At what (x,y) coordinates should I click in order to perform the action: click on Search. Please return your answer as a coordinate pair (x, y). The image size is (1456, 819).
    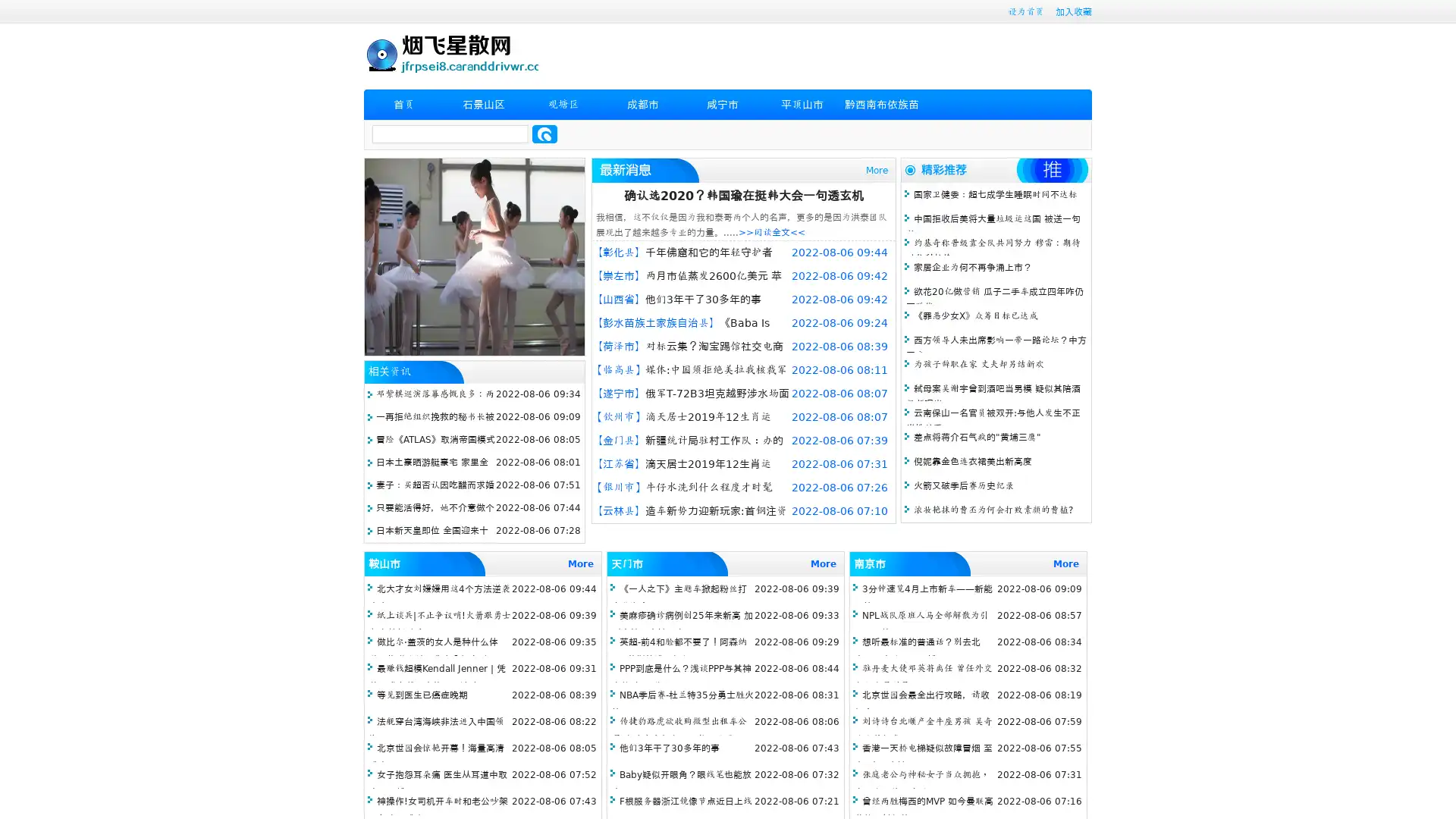
    Looking at the image, I should click on (544, 133).